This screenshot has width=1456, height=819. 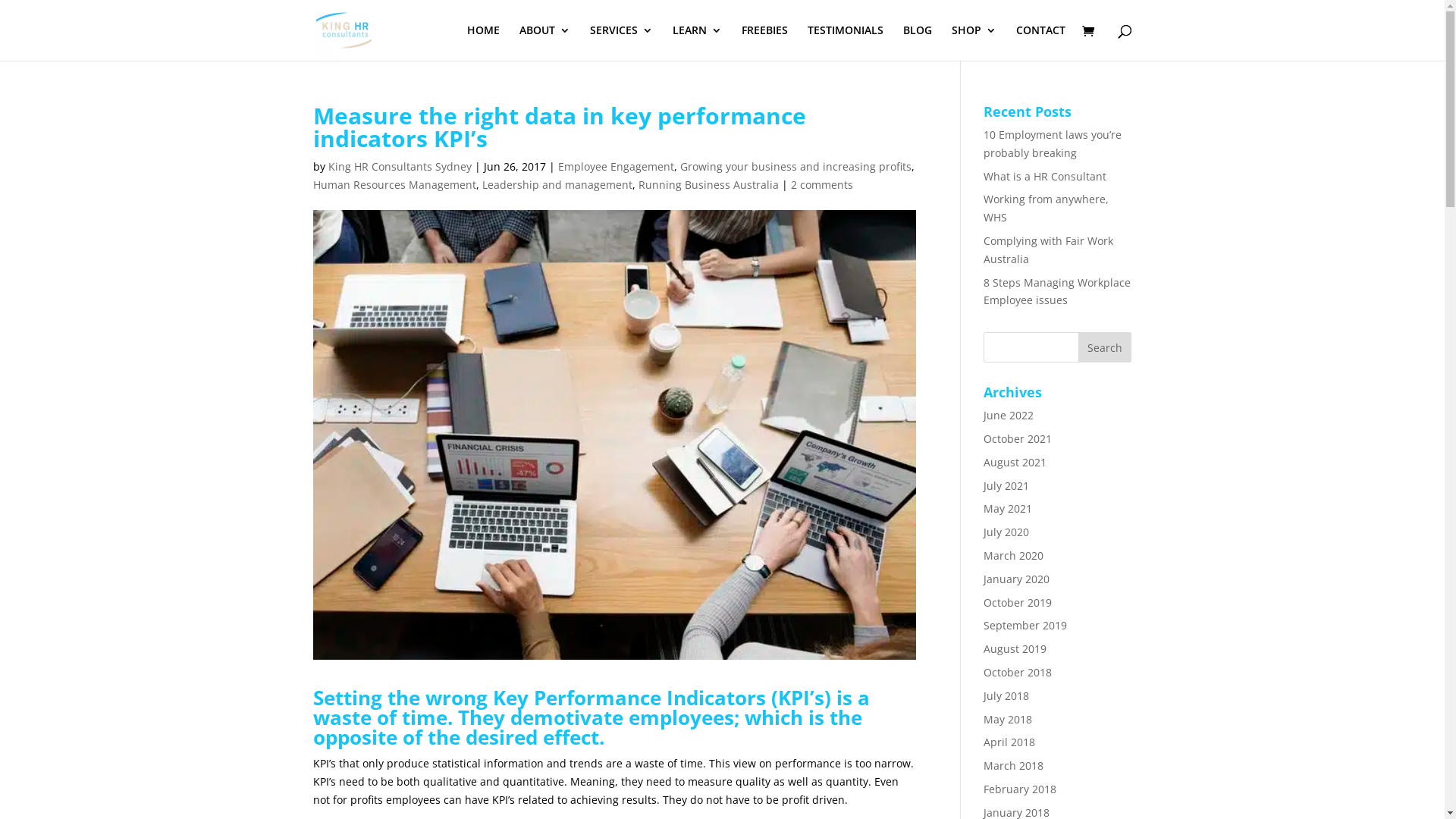 I want to click on 'SERVICES', so click(x=621, y=42).